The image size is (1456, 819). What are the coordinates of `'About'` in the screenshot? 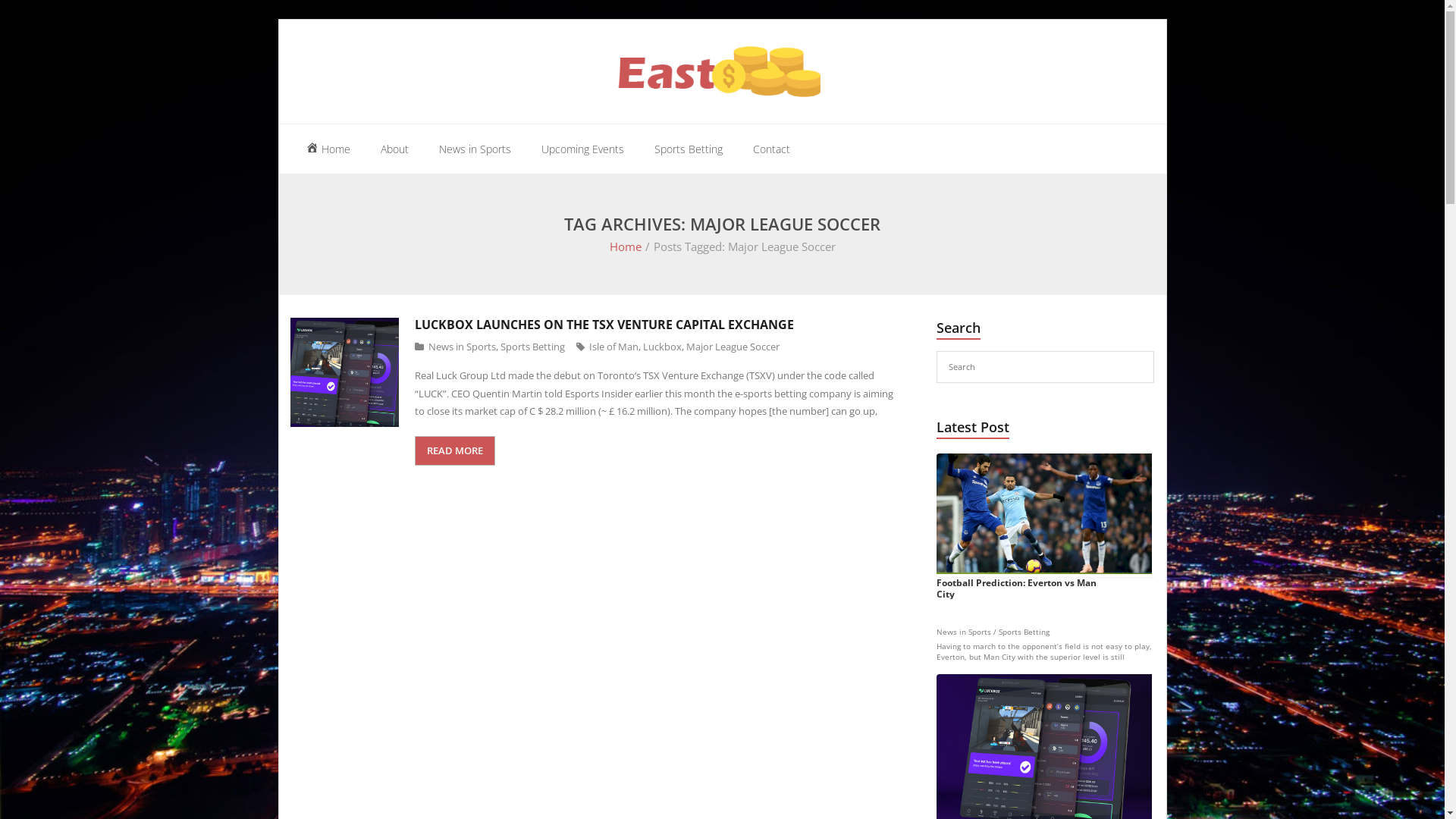 It's located at (394, 149).